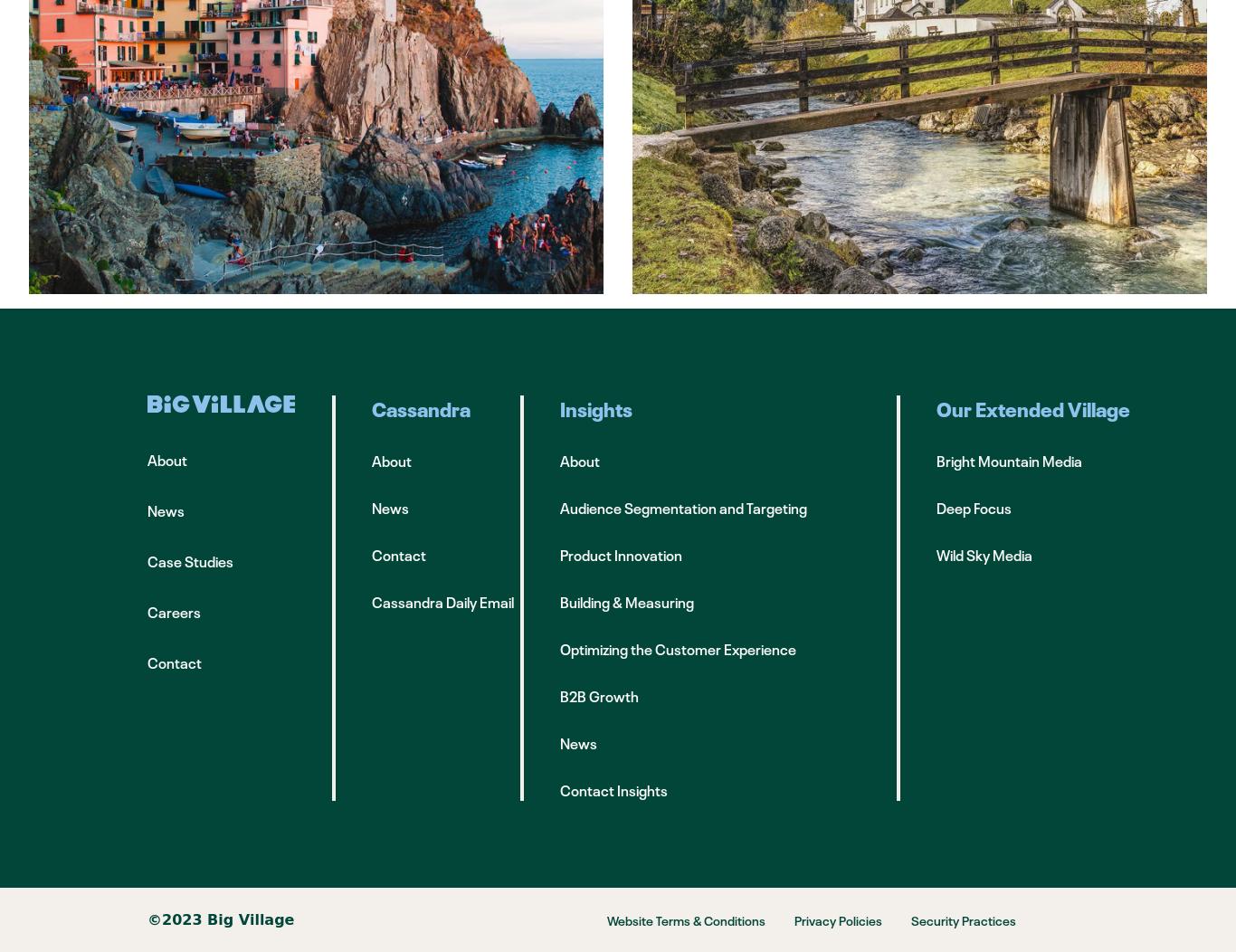  I want to click on 'B2B Growth', so click(598, 695).